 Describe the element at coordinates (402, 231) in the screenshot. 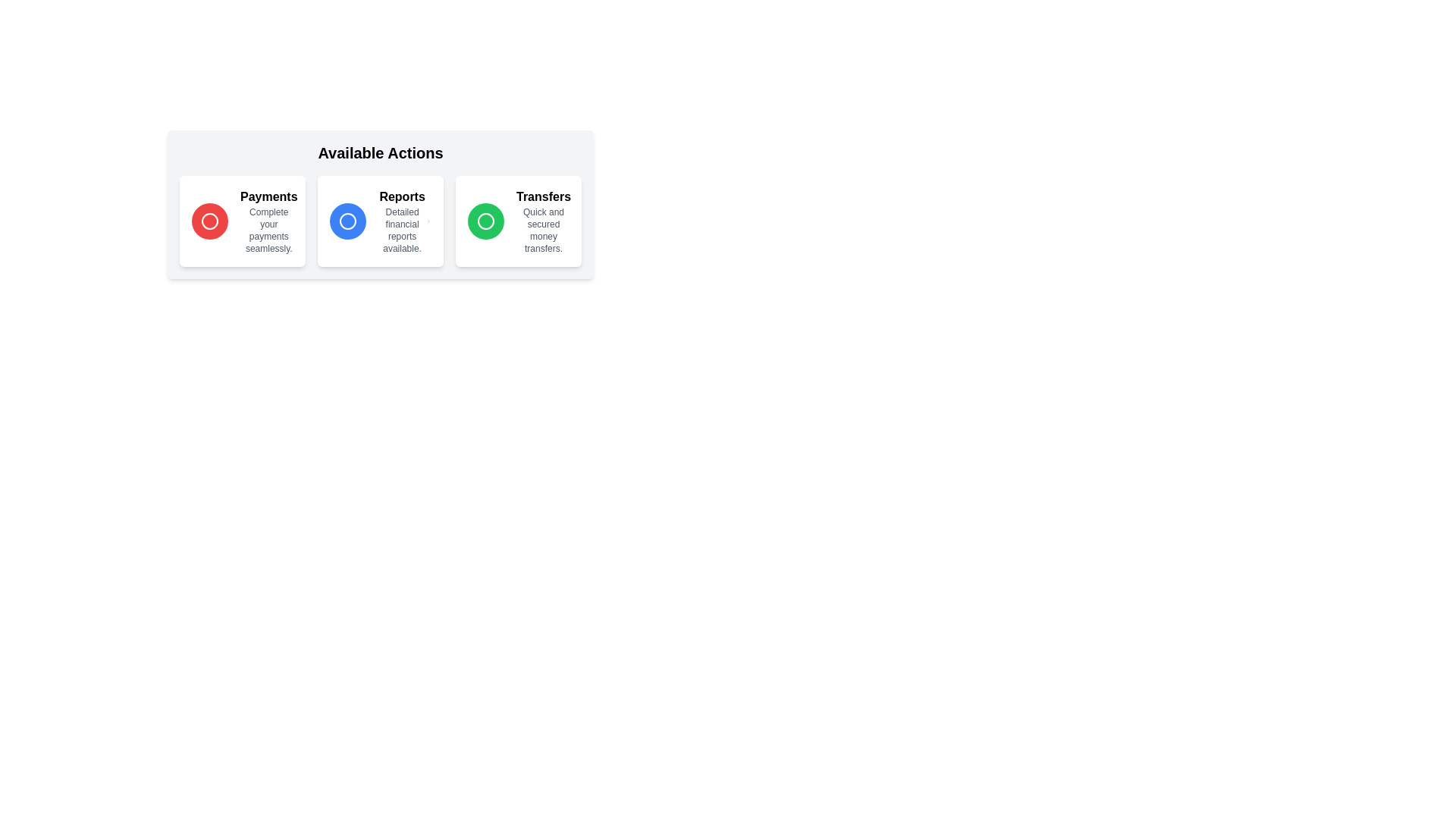

I see `the Text Block displaying 'Detailed financial reports available.' which is located below the 'Reports' heading in the middle panel` at that location.